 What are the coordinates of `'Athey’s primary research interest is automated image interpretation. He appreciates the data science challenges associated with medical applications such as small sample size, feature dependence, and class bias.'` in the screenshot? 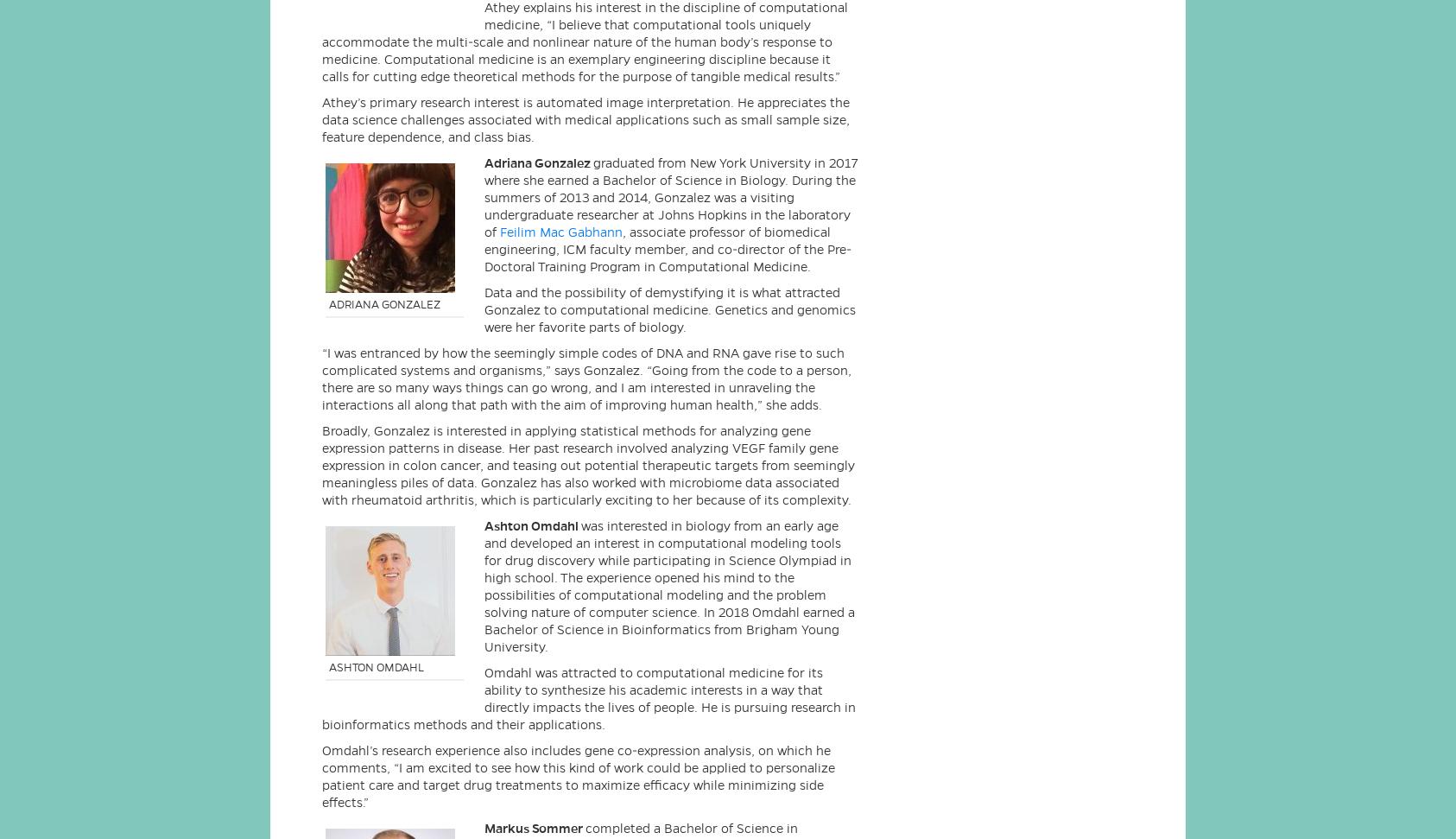 It's located at (585, 118).